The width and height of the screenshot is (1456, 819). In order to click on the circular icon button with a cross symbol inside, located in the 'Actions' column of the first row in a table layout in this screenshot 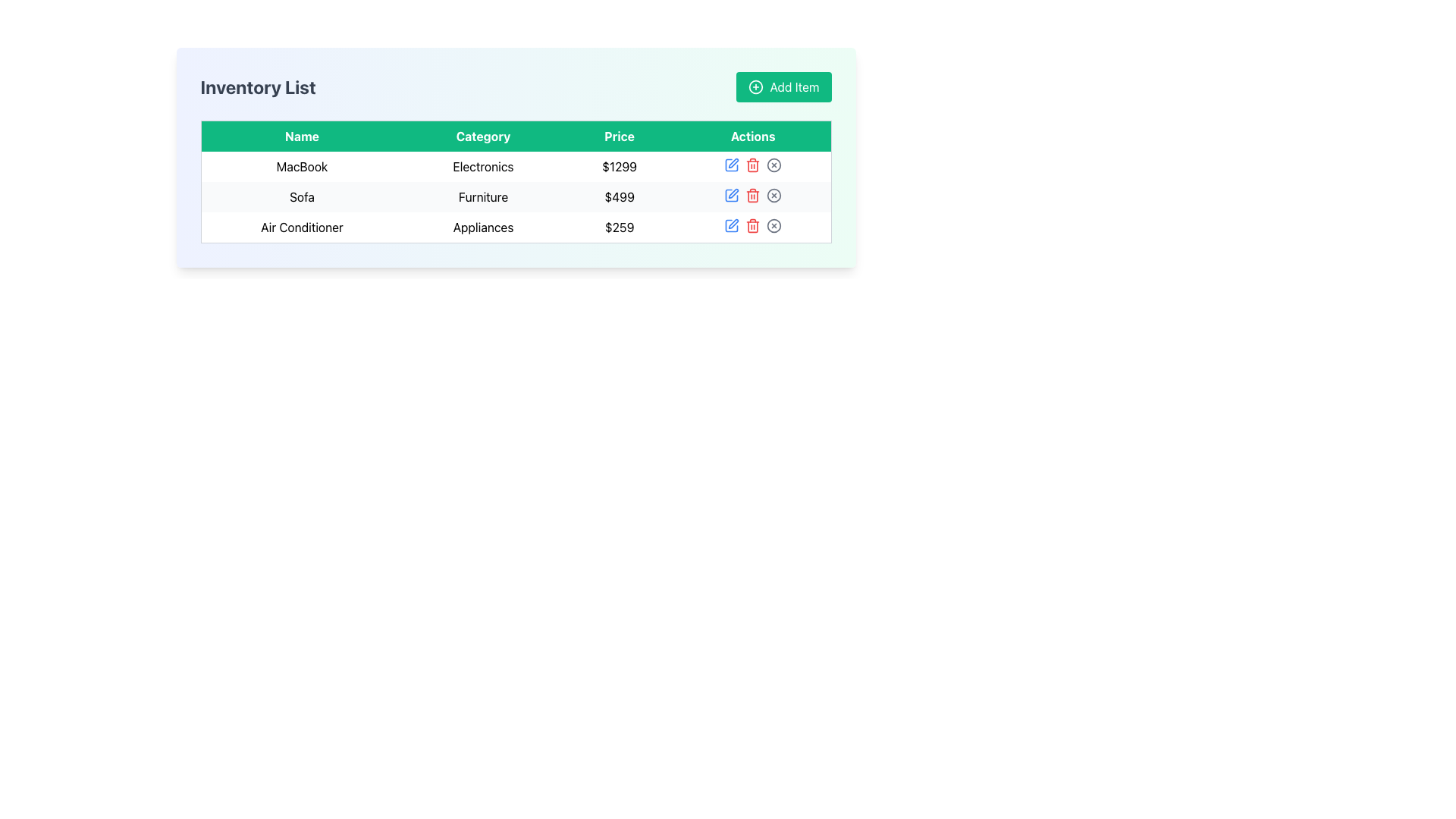, I will do `click(774, 165)`.